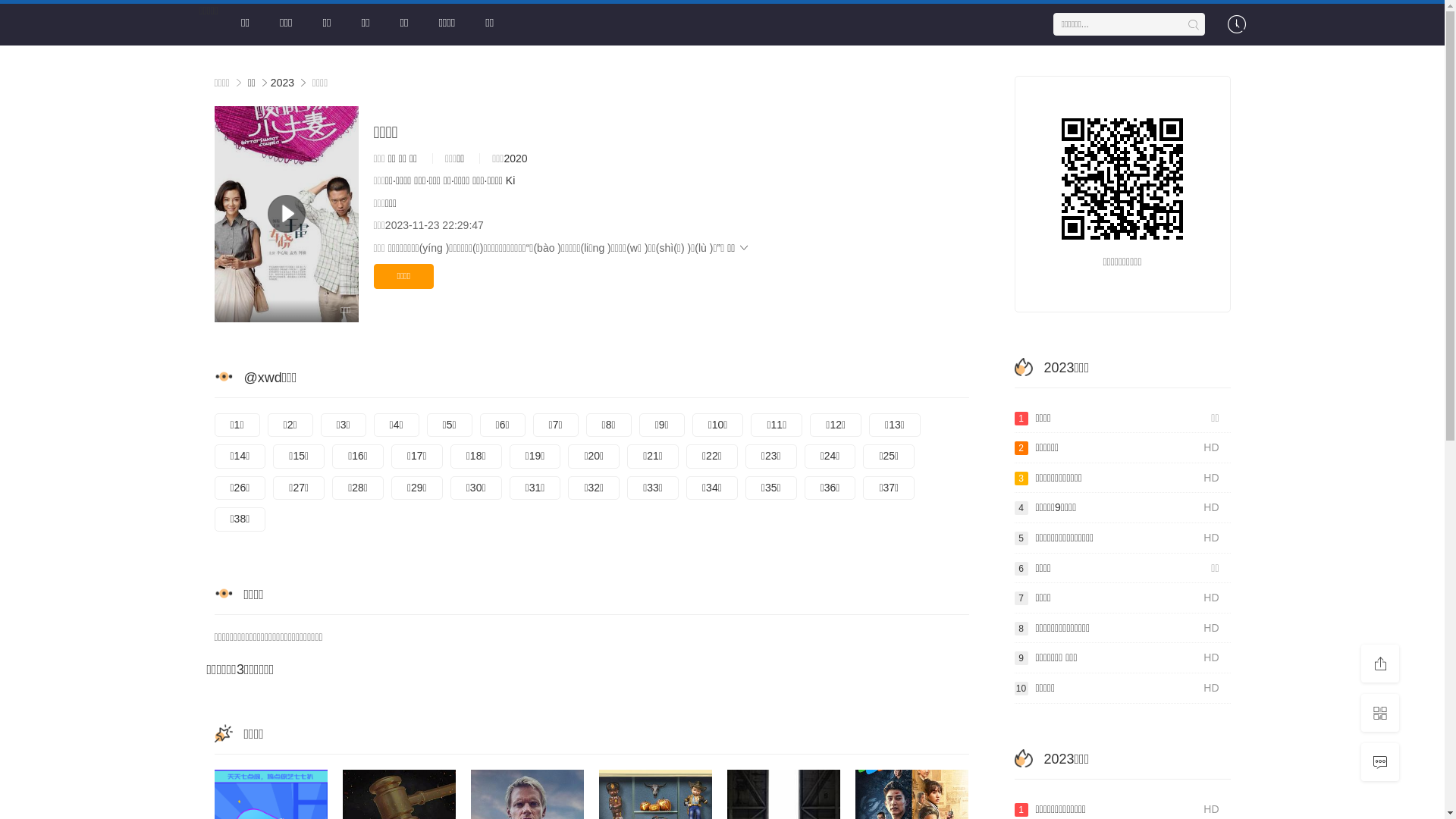 The height and width of the screenshot is (819, 1456). Describe the element at coordinates (510, 180) in the screenshot. I see `'Ki'` at that location.